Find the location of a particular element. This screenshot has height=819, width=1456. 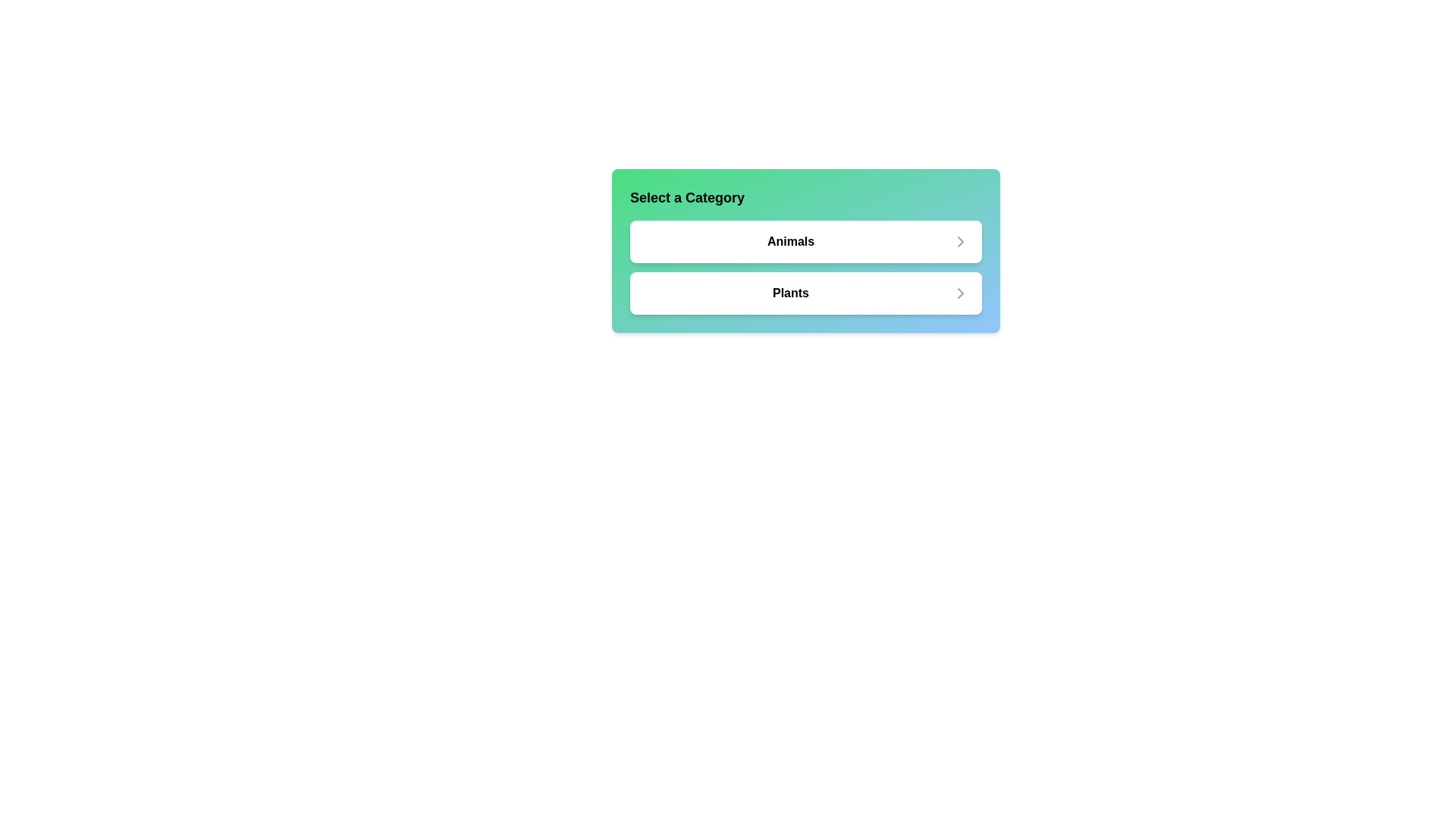

the right-pointing chevron icon located at the far right of the button labeled 'Plants' is located at coordinates (960, 293).